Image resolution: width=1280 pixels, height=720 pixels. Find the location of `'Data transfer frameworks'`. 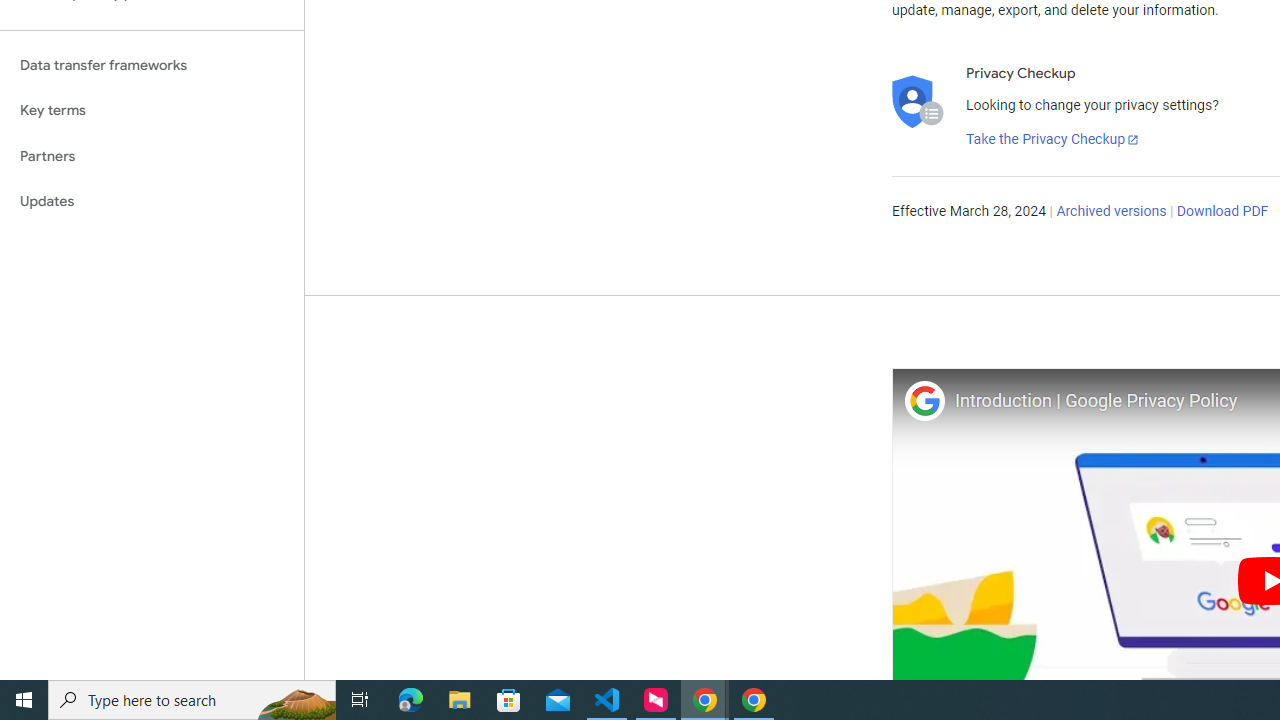

'Data transfer frameworks' is located at coordinates (151, 64).